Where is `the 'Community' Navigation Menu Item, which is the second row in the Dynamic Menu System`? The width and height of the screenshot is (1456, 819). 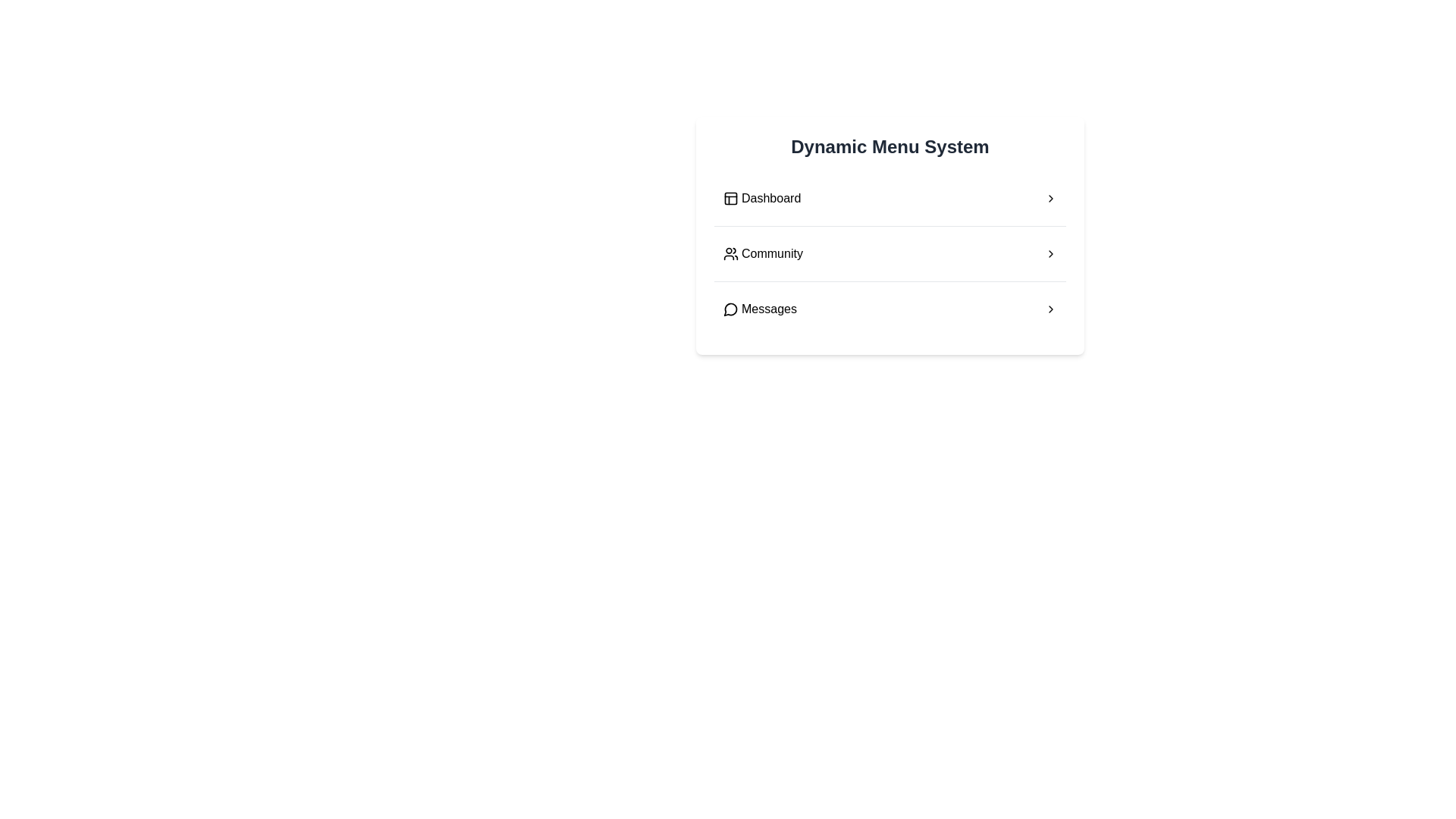
the 'Community' Navigation Menu Item, which is the second row in the Dynamic Menu System is located at coordinates (890, 253).